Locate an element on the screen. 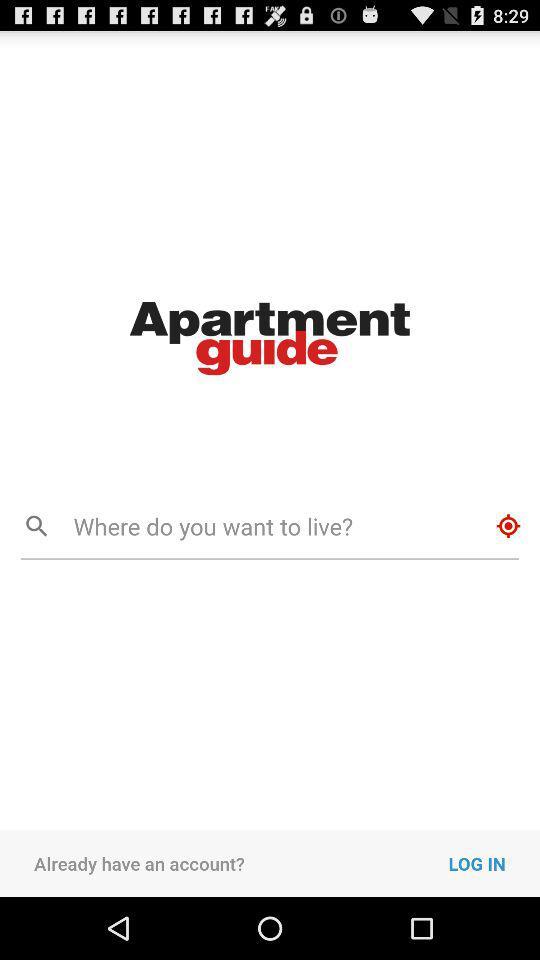  your position through gps is located at coordinates (508, 525).